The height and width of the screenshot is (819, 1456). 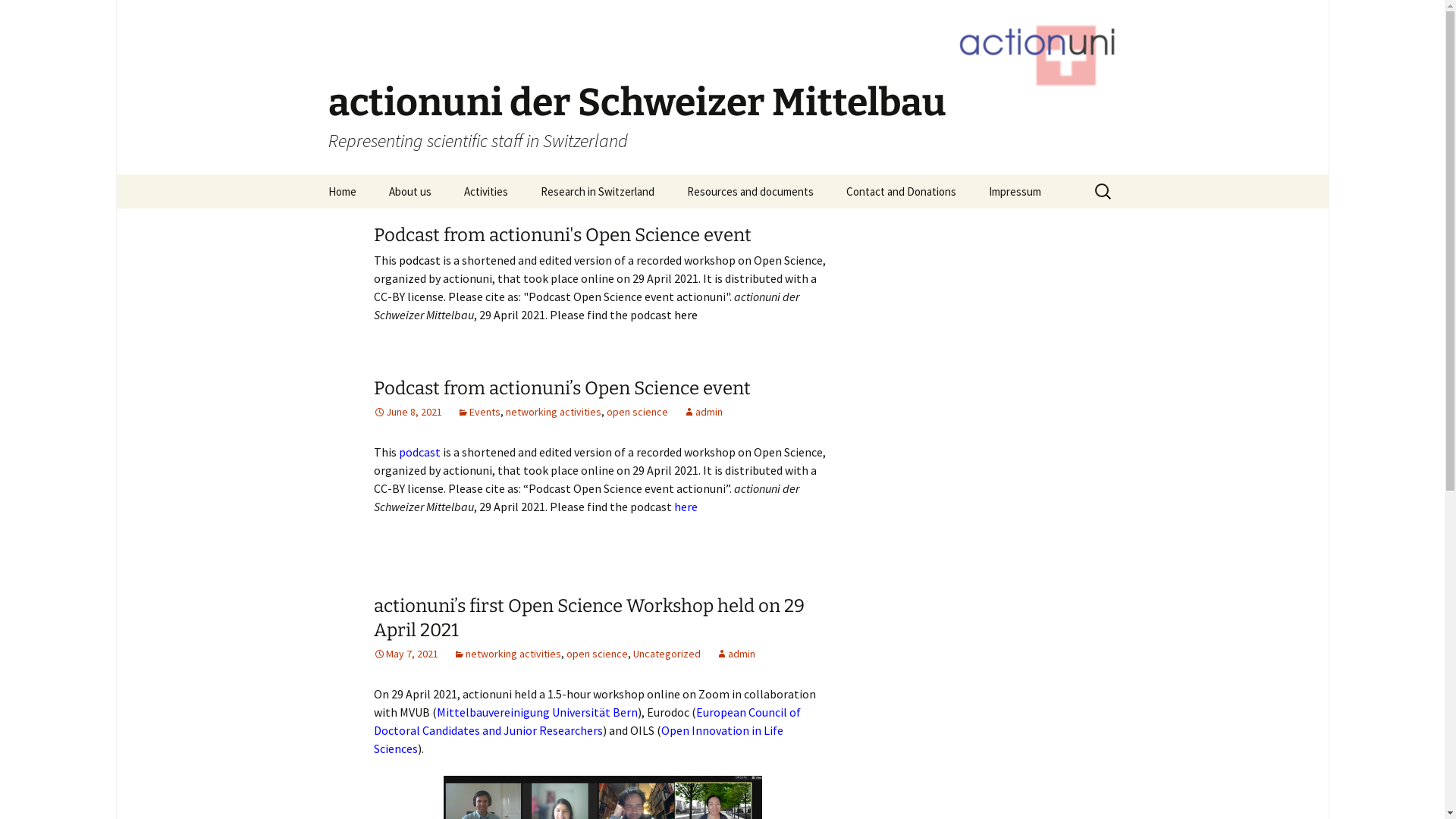 What do you see at coordinates (671, 190) in the screenshot?
I see `'Resources and documents'` at bounding box center [671, 190].